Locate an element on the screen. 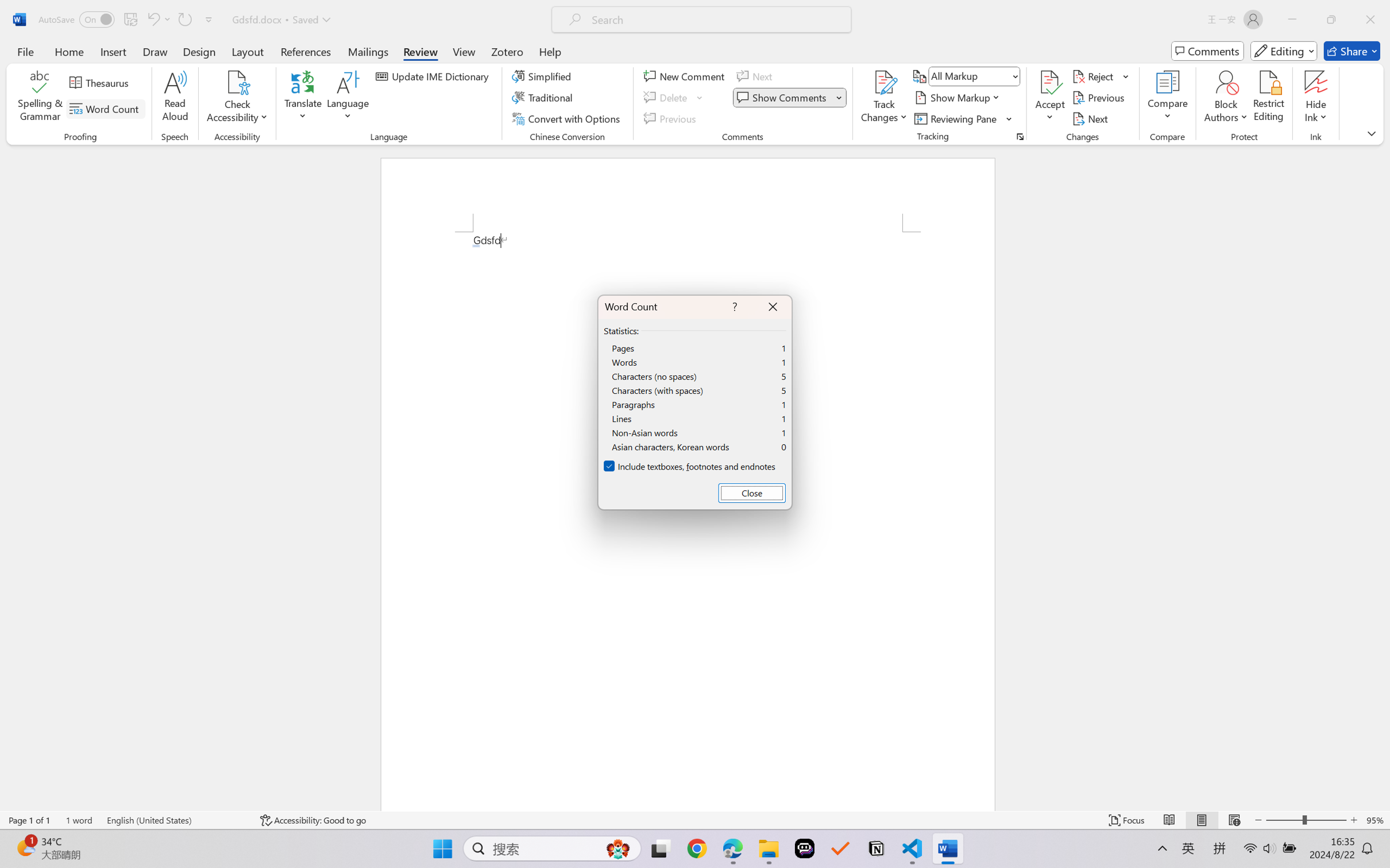 This screenshot has width=1390, height=868. 'Block Authors' is located at coordinates (1225, 82).